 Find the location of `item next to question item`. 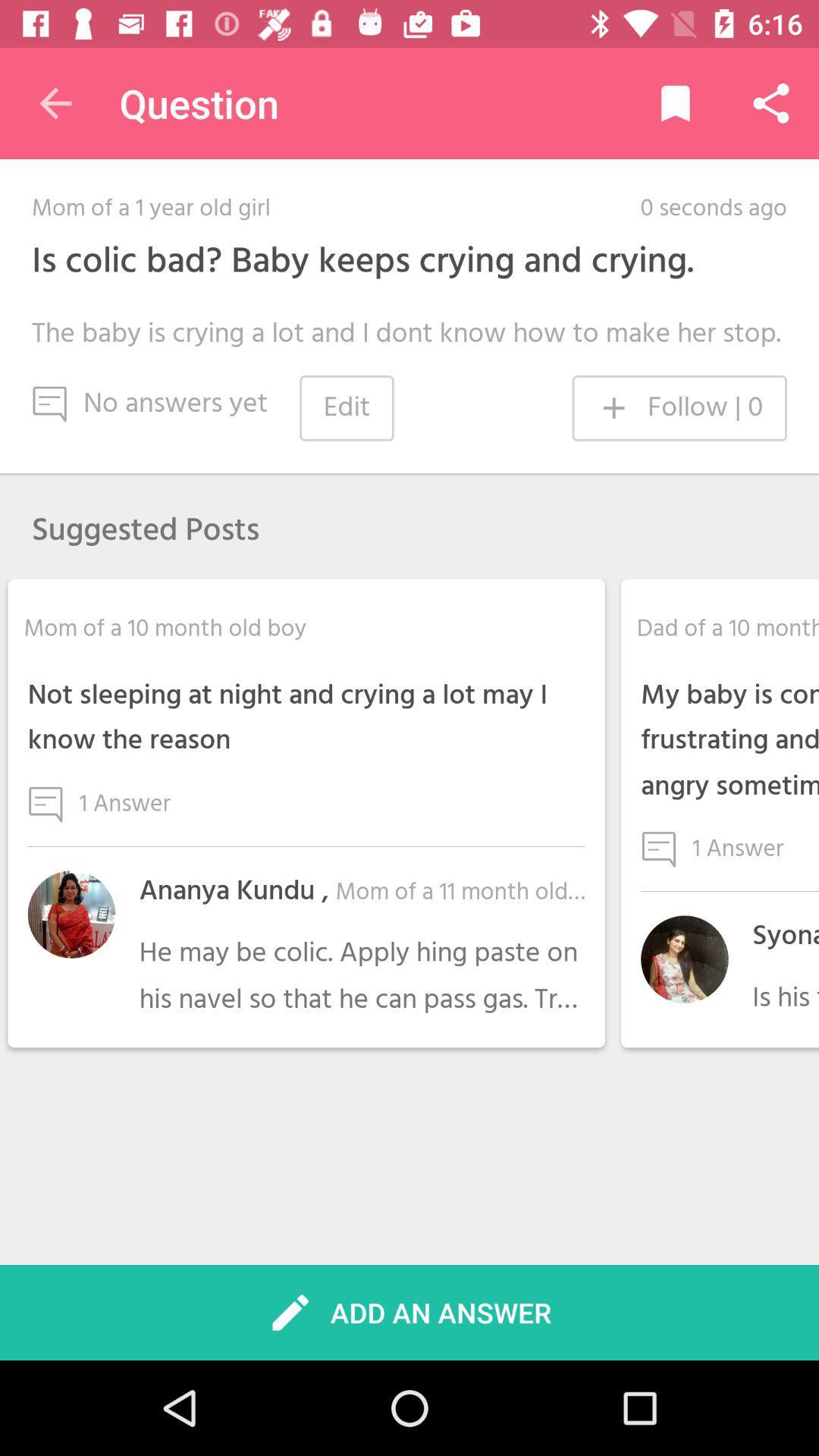

item next to question item is located at coordinates (55, 102).